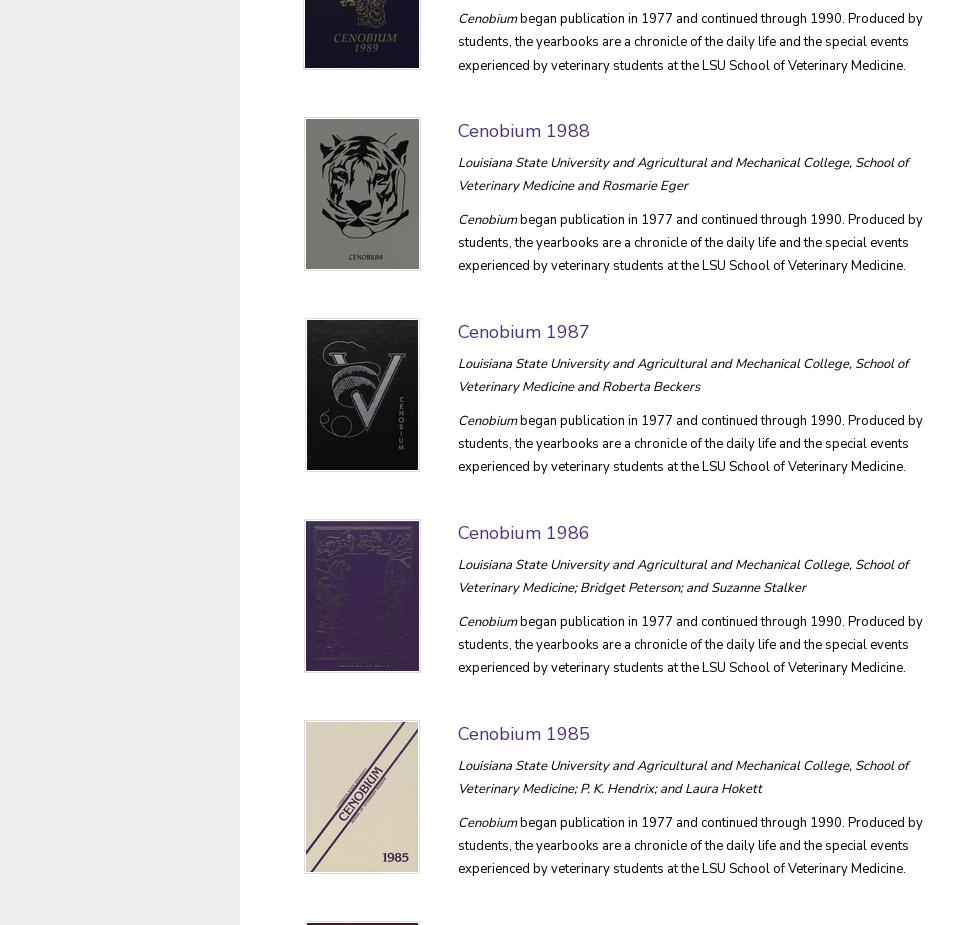 This screenshot has height=925, width=980. I want to click on 'Cenobium 1985', so click(524, 732).